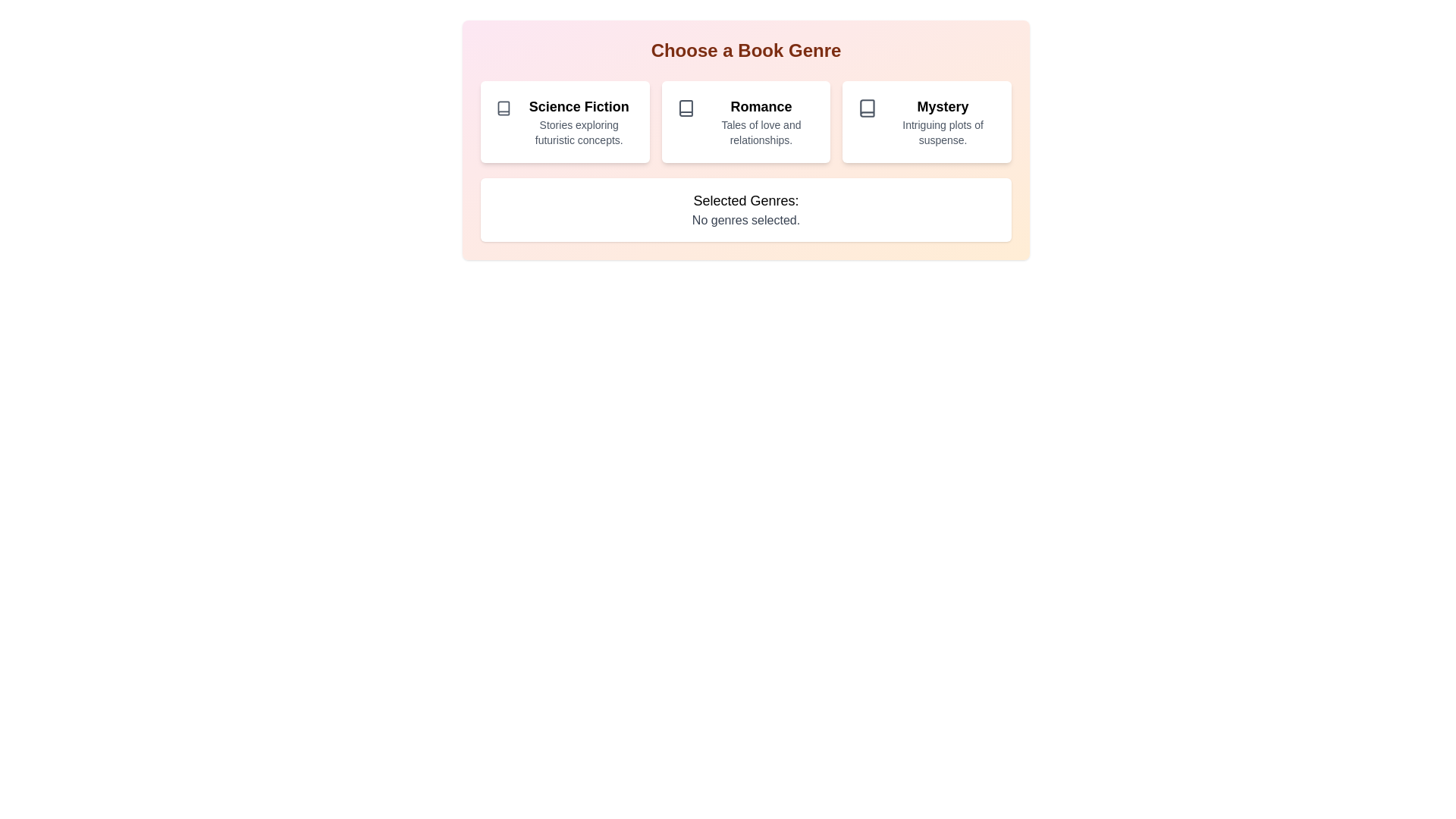 This screenshot has width=1456, height=819. What do you see at coordinates (578, 131) in the screenshot?
I see `the text element displaying 'Stories exploring futuristic concepts.' which is positioned below the 'Science Fiction' heading in the genre selection card` at bounding box center [578, 131].